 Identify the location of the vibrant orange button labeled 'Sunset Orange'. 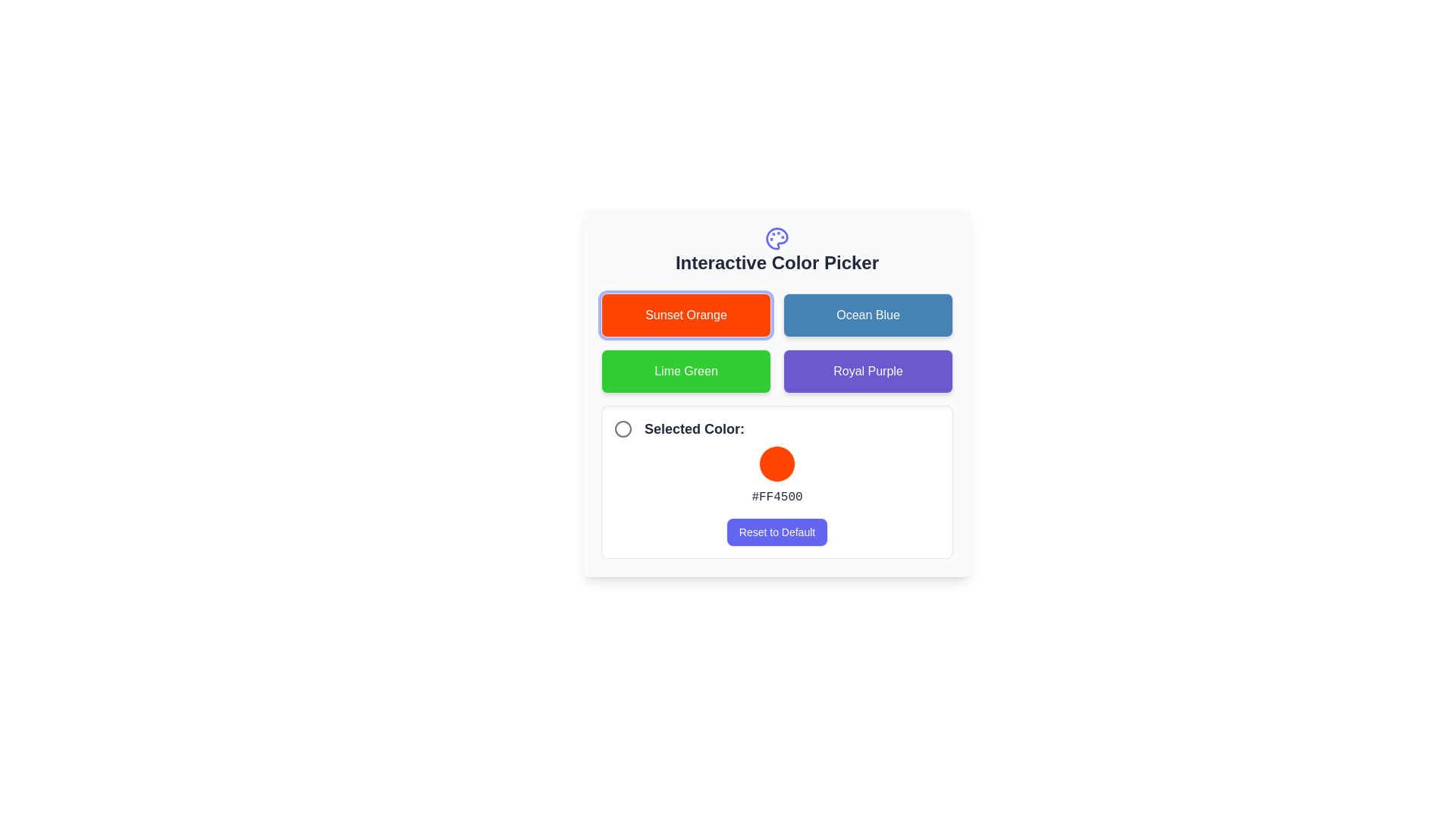
(686, 315).